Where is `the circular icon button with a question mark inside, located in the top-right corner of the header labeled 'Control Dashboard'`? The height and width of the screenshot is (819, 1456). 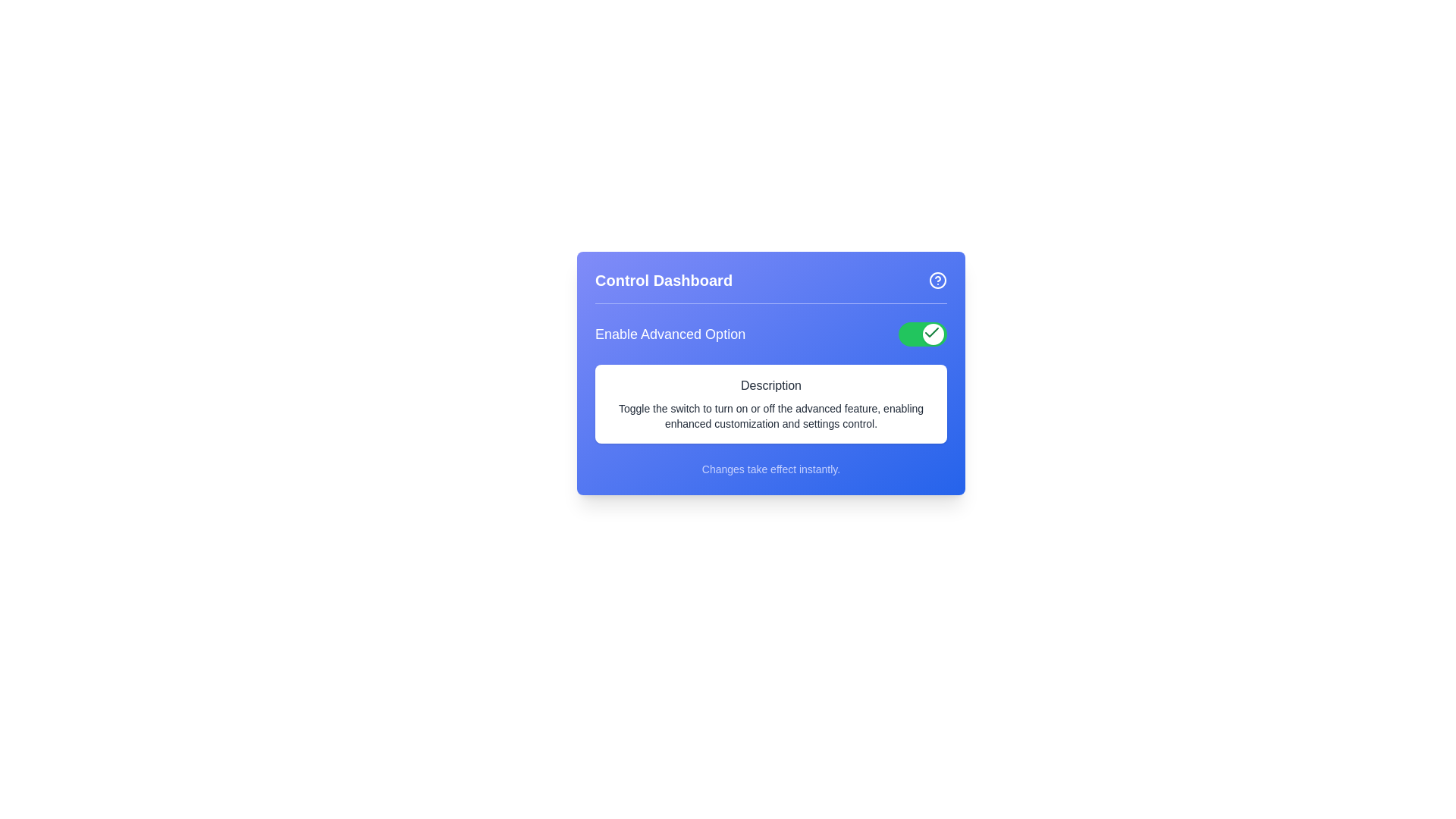
the circular icon button with a question mark inside, located in the top-right corner of the header labeled 'Control Dashboard' is located at coordinates (937, 281).